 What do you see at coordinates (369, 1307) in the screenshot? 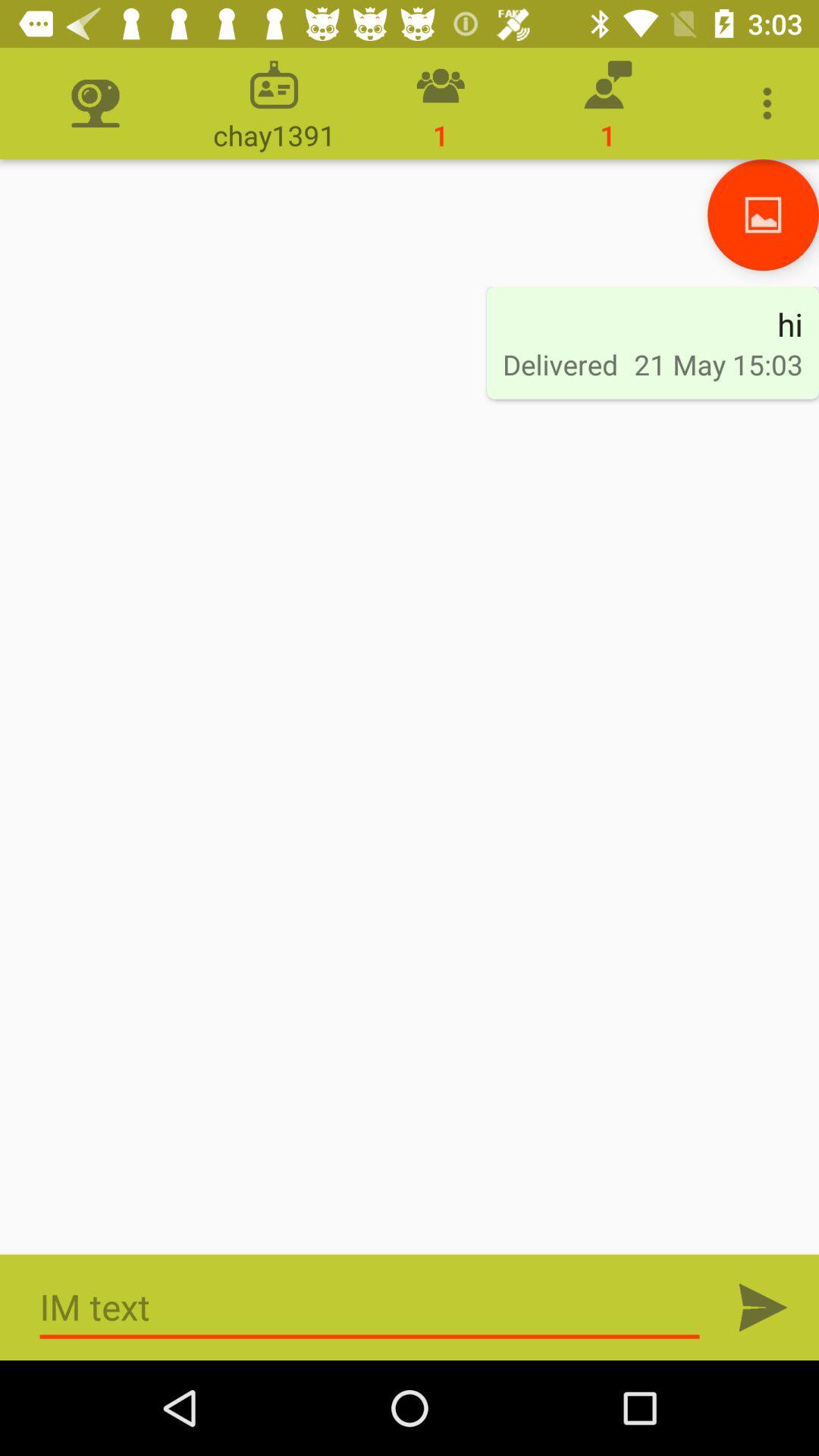
I see `fill in the answer and send` at bounding box center [369, 1307].